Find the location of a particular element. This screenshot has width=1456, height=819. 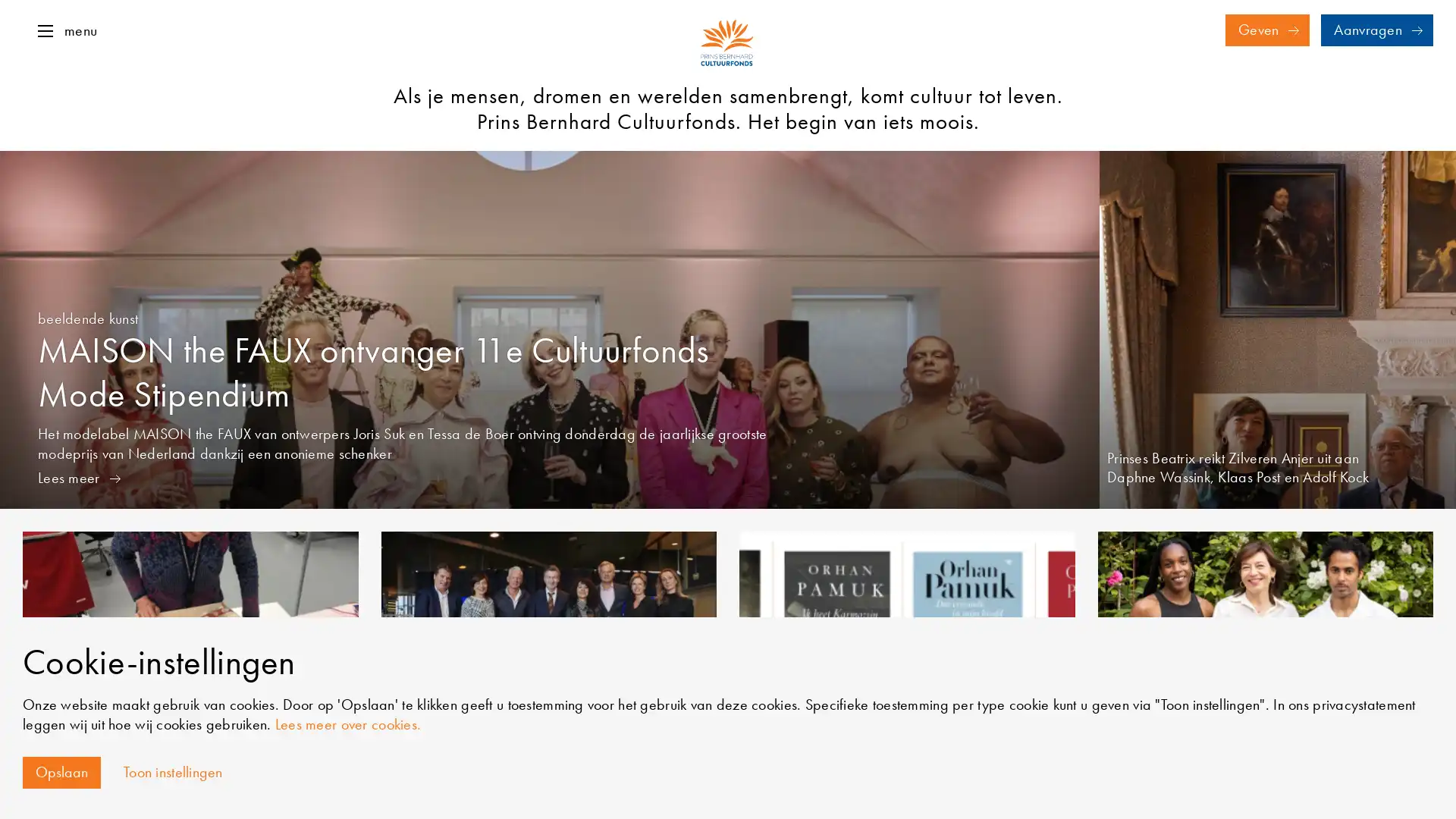

Opslaan is located at coordinates (61, 772).